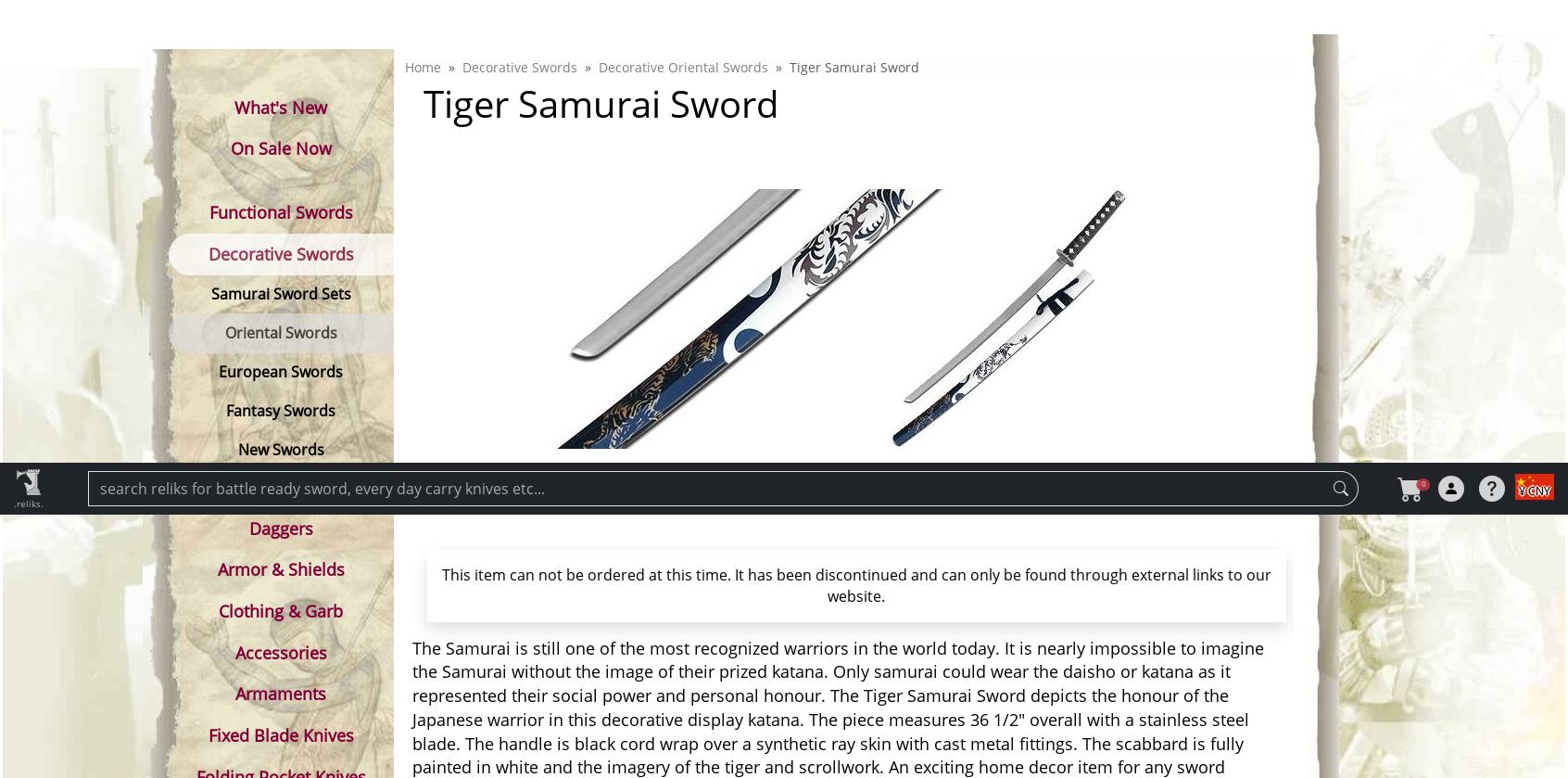 The width and height of the screenshot is (1568, 778). Describe the element at coordinates (464, 715) in the screenshot. I see `'Blade Length'` at that location.